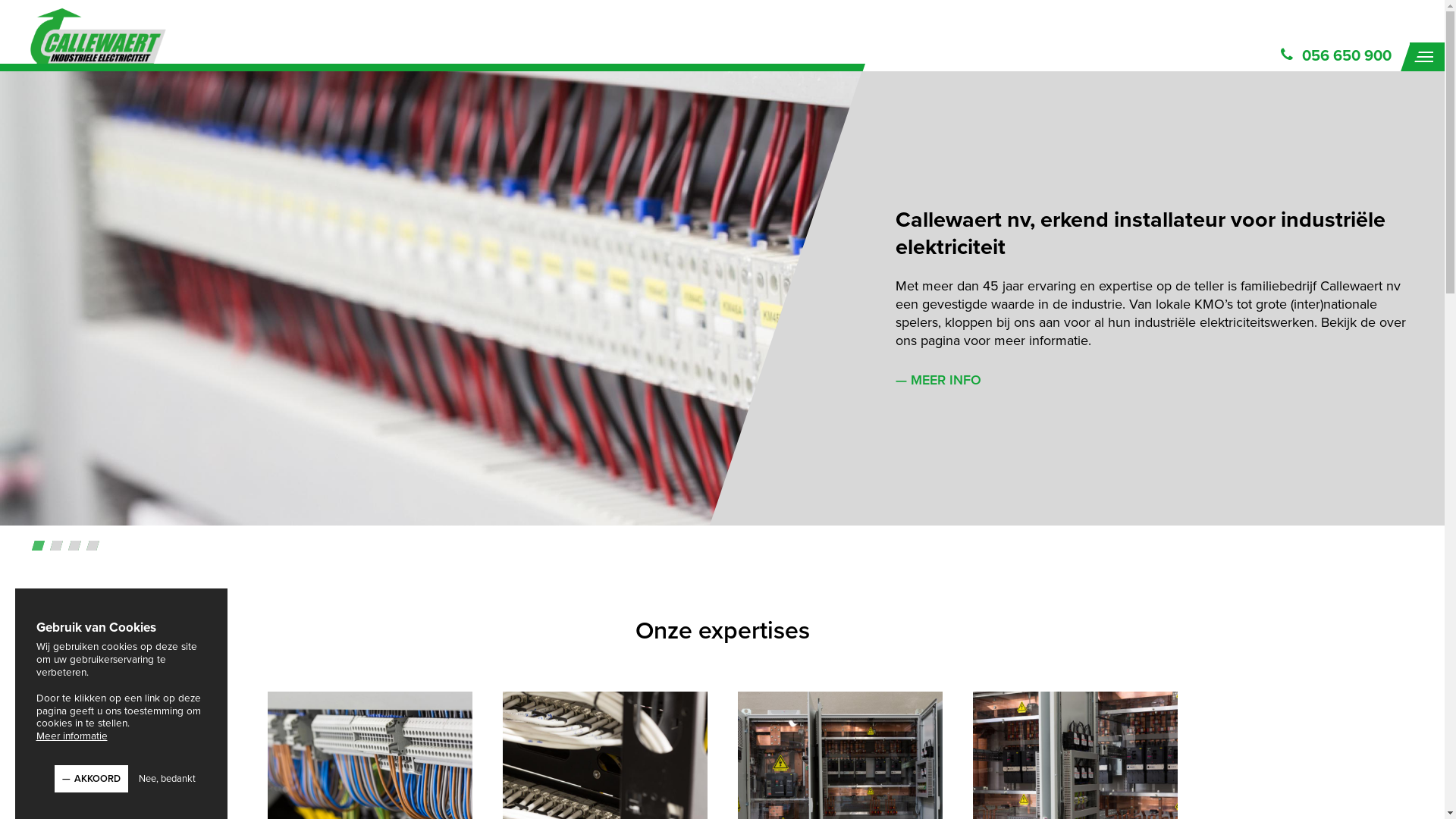 The height and width of the screenshot is (819, 1456). I want to click on 'Toggle navigation', so click(1426, 55).